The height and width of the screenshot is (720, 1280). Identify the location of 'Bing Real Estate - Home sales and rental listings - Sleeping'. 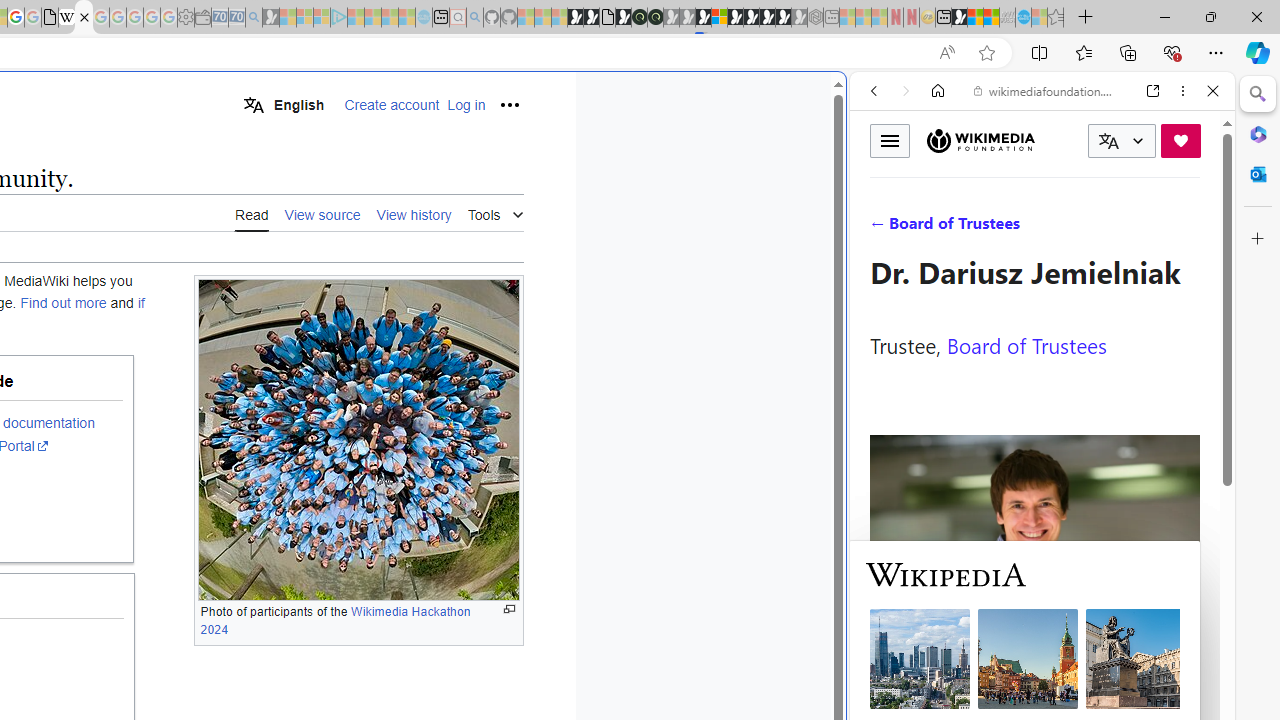
(253, 17).